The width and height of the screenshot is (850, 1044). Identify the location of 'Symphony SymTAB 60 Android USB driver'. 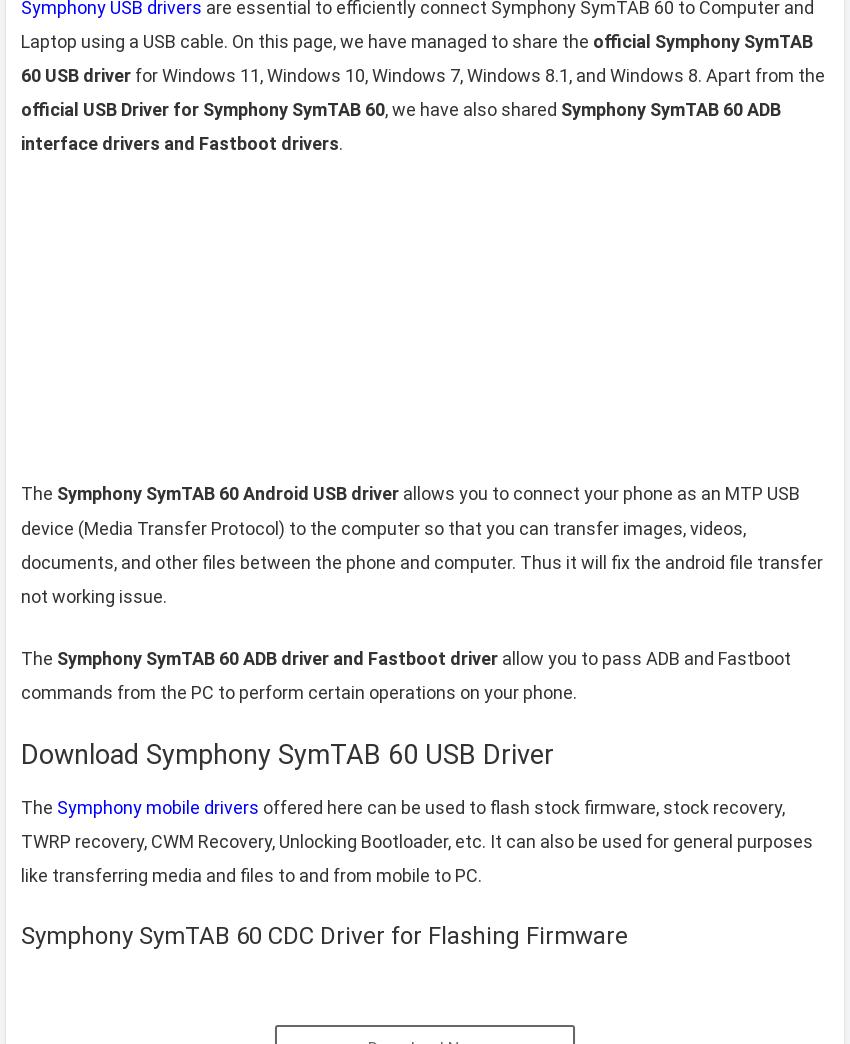
(227, 493).